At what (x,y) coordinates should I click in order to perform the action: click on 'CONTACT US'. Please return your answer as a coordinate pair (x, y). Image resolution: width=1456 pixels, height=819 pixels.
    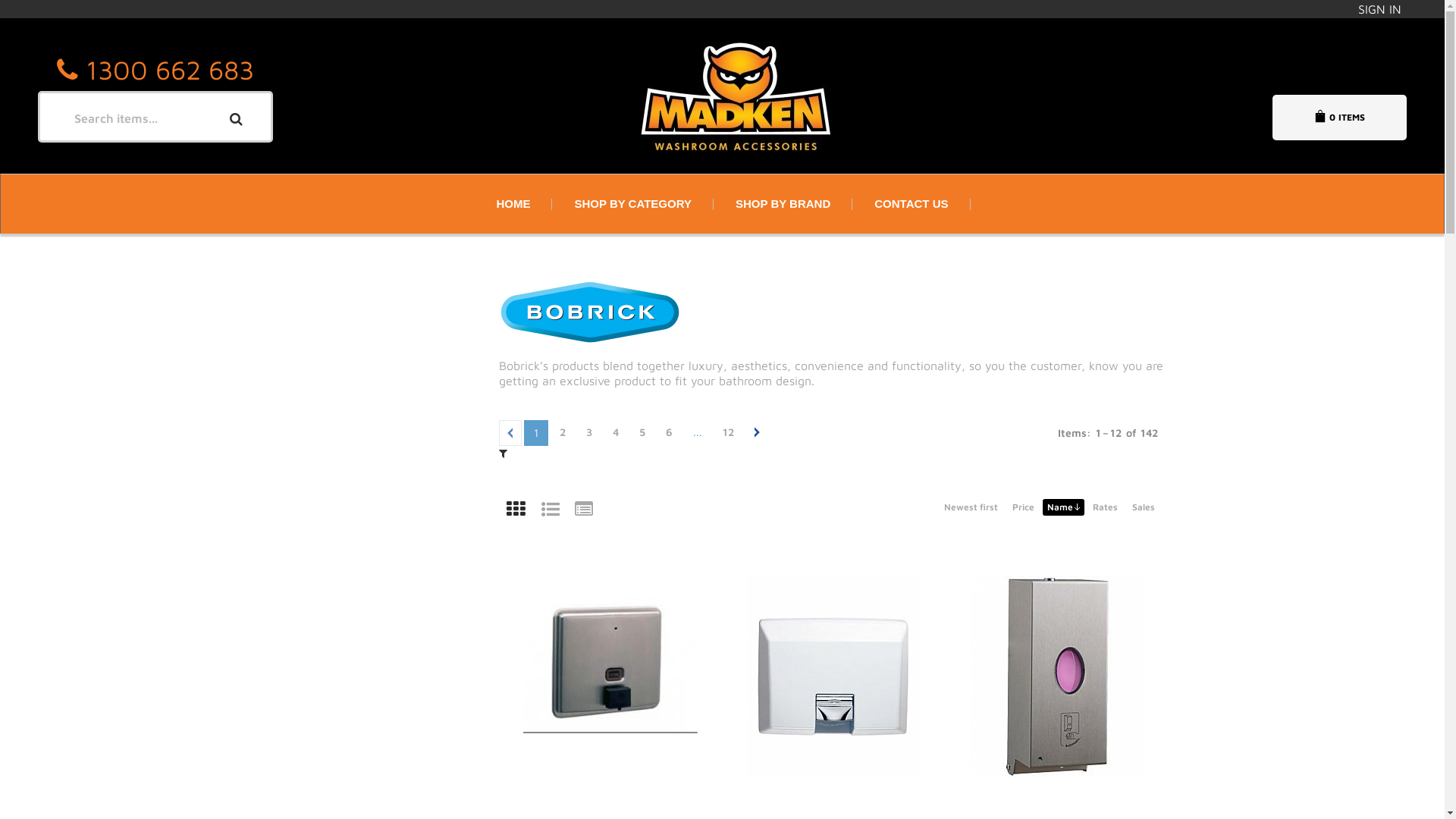
    Looking at the image, I should click on (852, 203).